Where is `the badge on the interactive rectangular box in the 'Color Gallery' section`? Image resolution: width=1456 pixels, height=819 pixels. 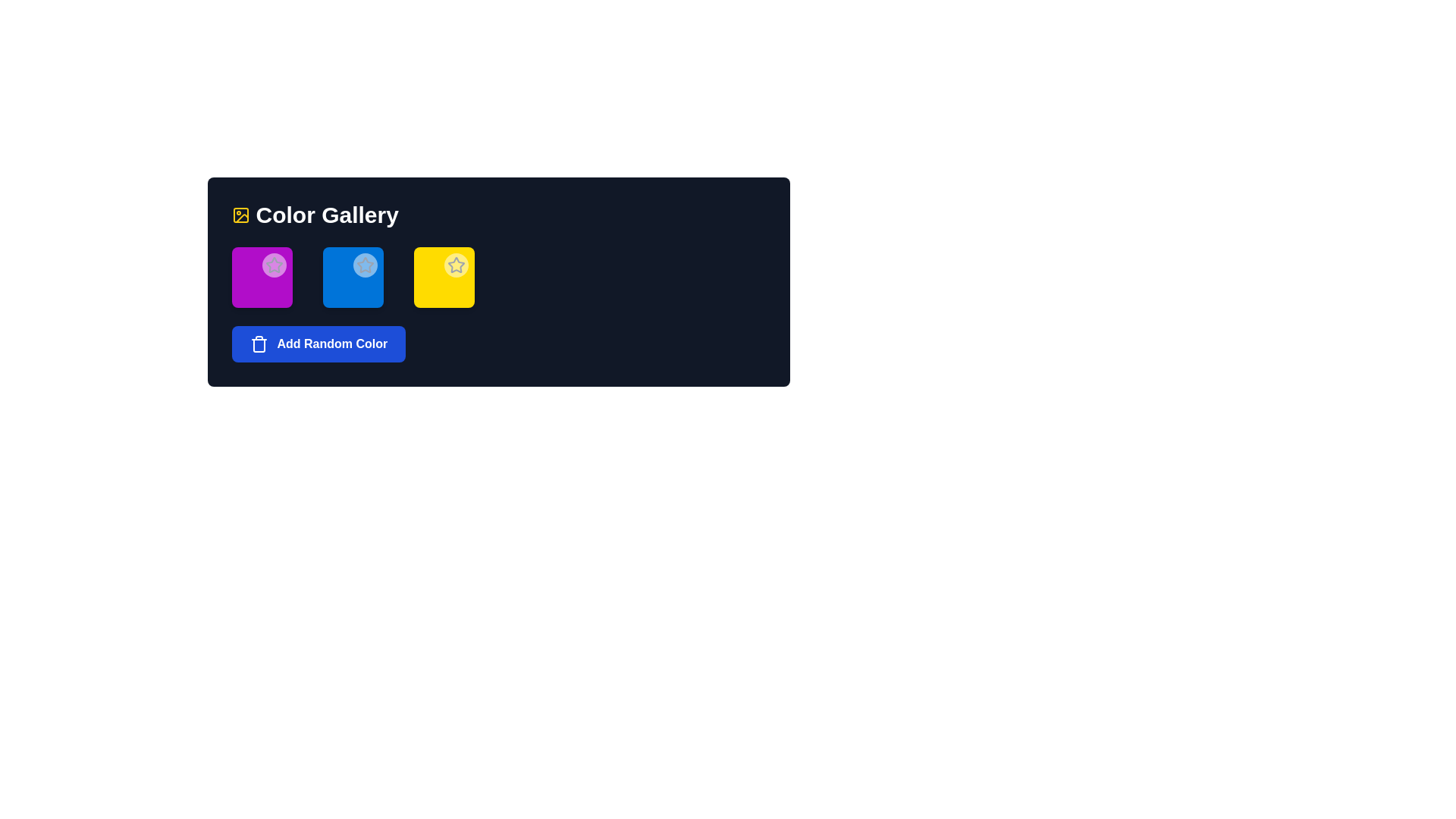 the badge on the interactive rectangular box in the 'Color Gallery' section is located at coordinates (443, 278).